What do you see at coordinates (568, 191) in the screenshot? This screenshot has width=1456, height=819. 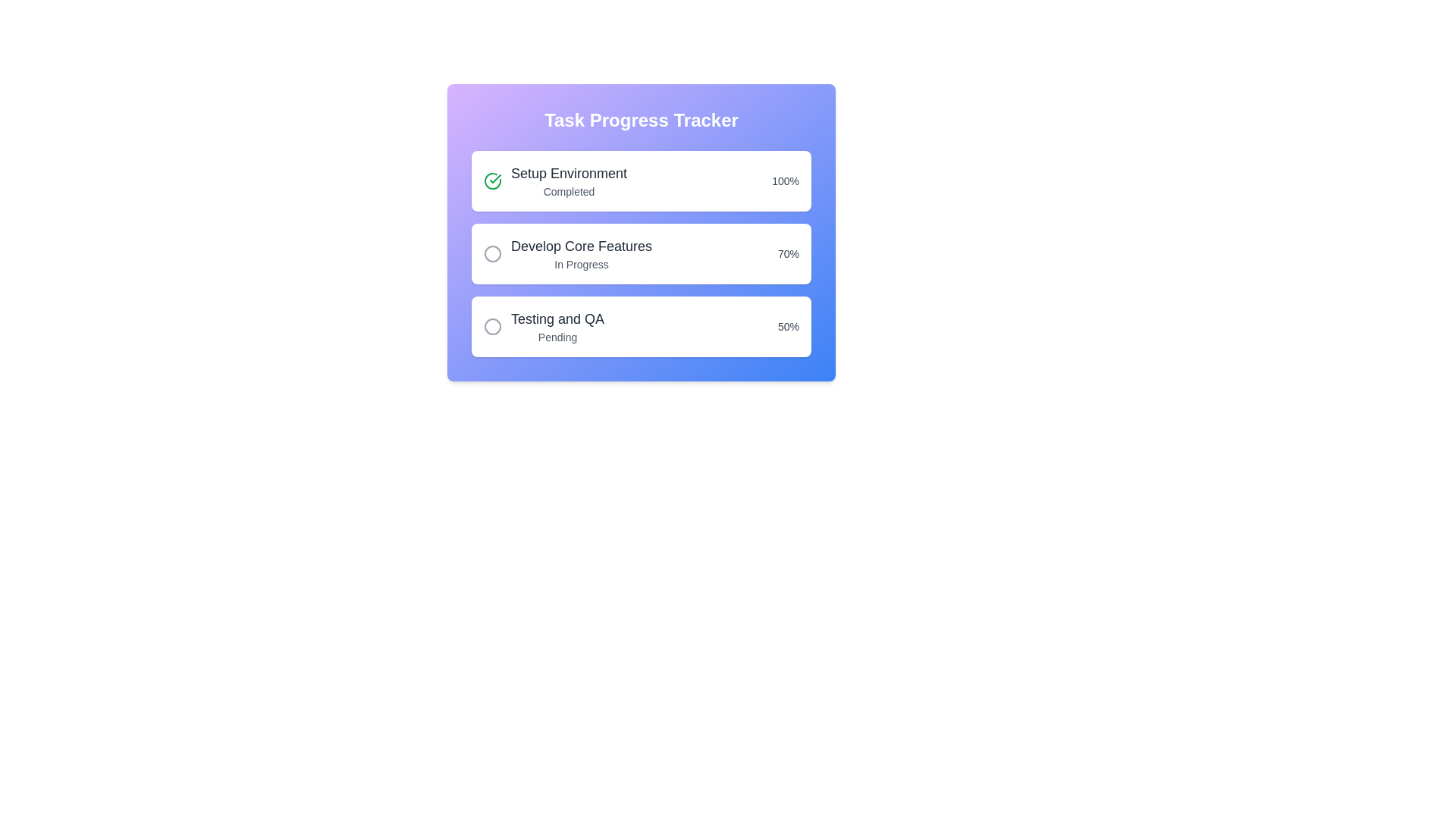 I see `the informational Text label that indicates the completion status of the 'Setup Environment' task in the progress tracker` at bounding box center [568, 191].